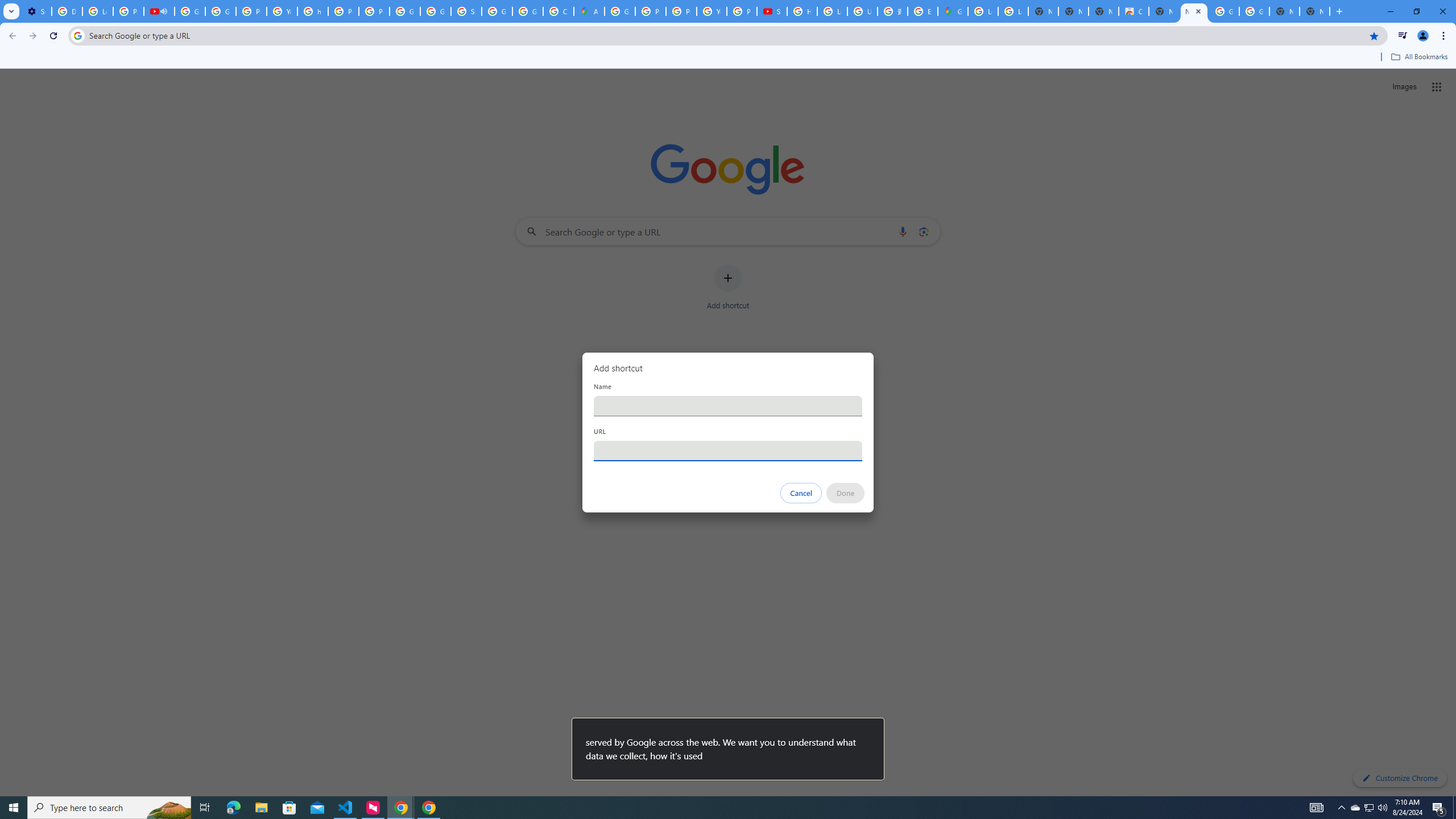 The height and width of the screenshot is (819, 1456). Describe the element at coordinates (651, 11) in the screenshot. I see `'Privacy Help Center - Policies Help'` at that location.